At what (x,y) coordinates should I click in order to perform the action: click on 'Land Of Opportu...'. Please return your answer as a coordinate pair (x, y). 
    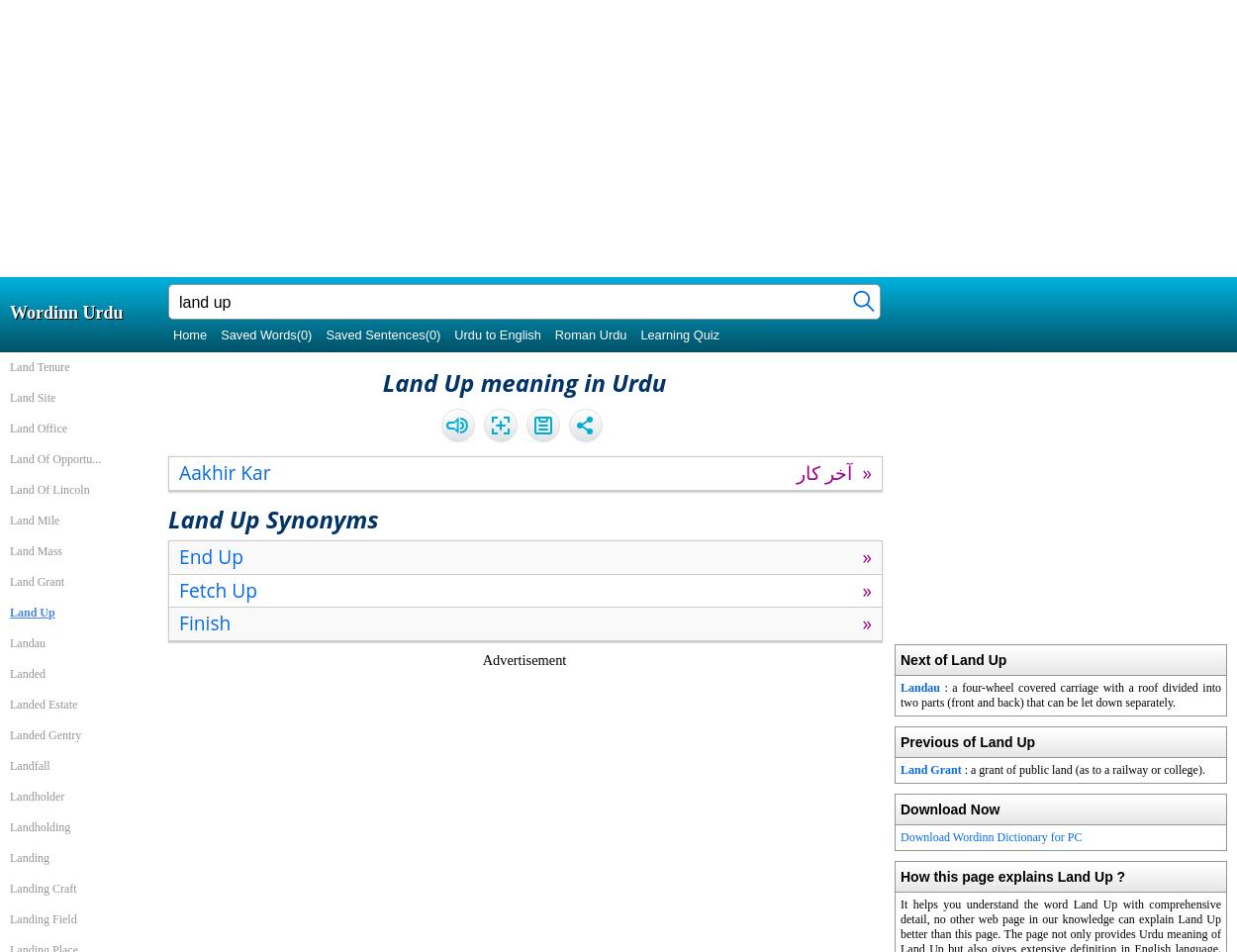
    Looking at the image, I should click on (10, 458).